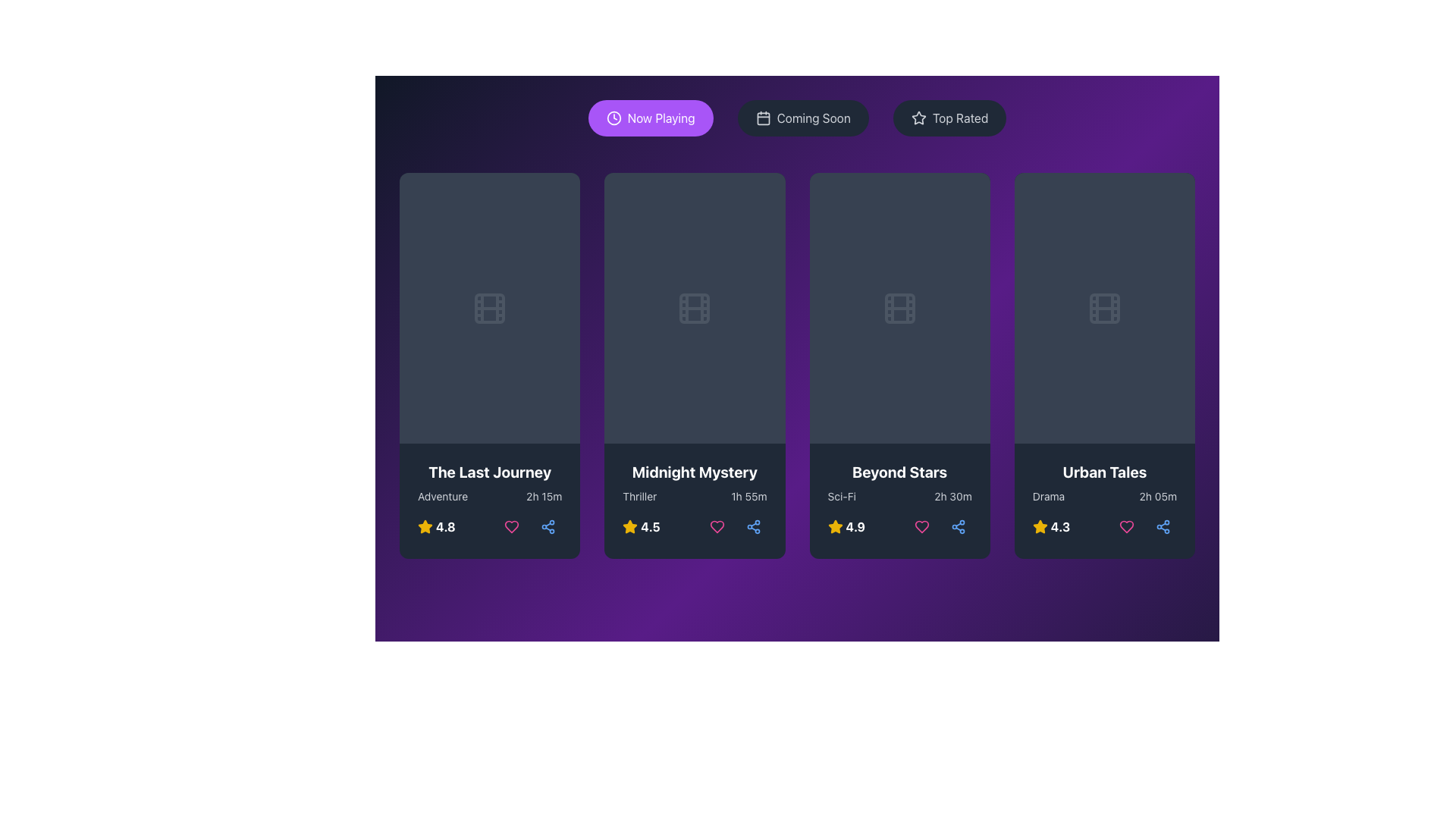  Describe the element at coordinates (921, 526) in the screenshot. I see `the heart-shaped pink icon button located at the bottom middle of the 'Beyond Stars' movie card to mark it as favorite` at that location.